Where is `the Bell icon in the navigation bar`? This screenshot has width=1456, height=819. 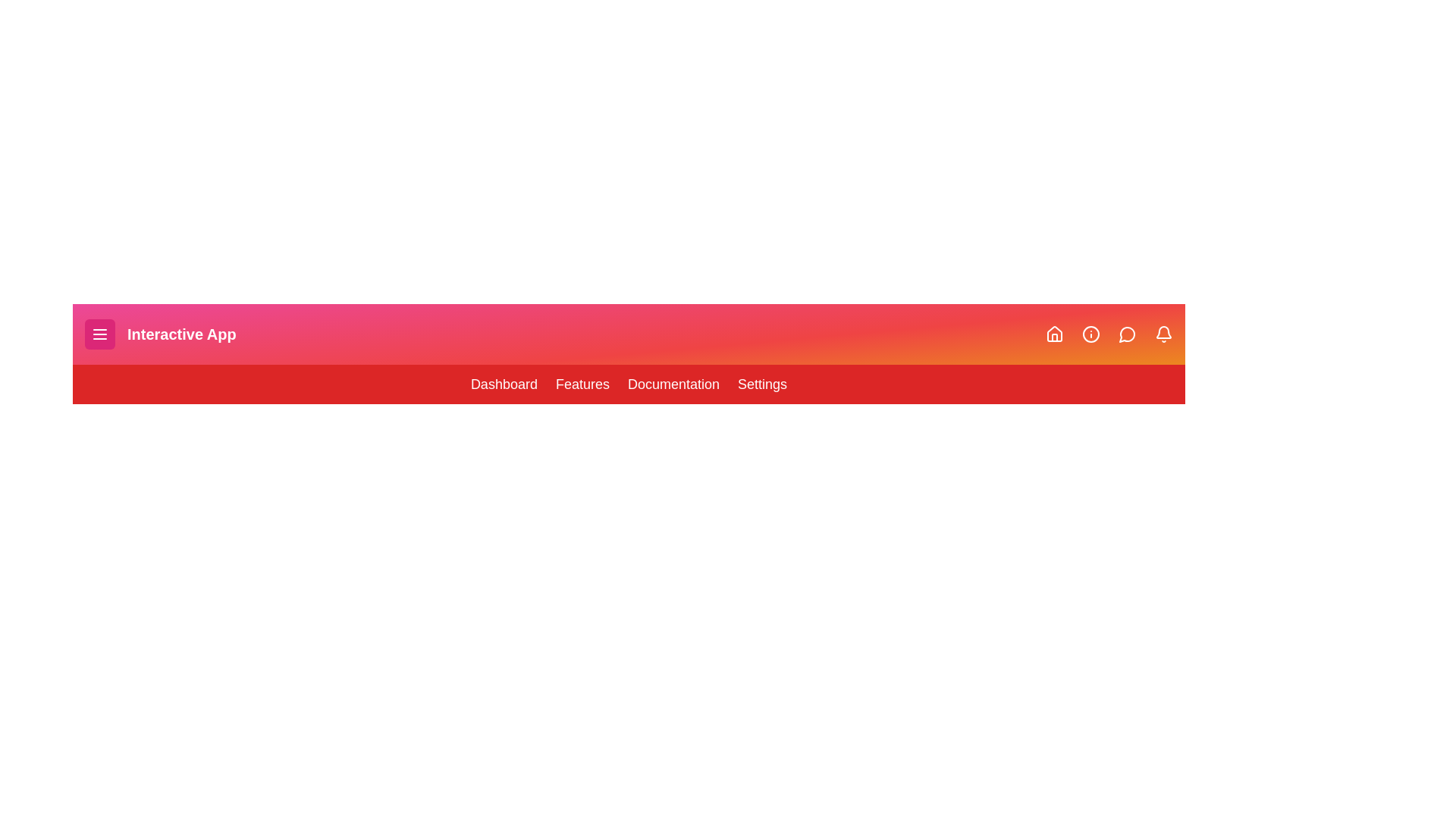
the Bell icon in the navigation bar is located at coordinates (1163, 333).